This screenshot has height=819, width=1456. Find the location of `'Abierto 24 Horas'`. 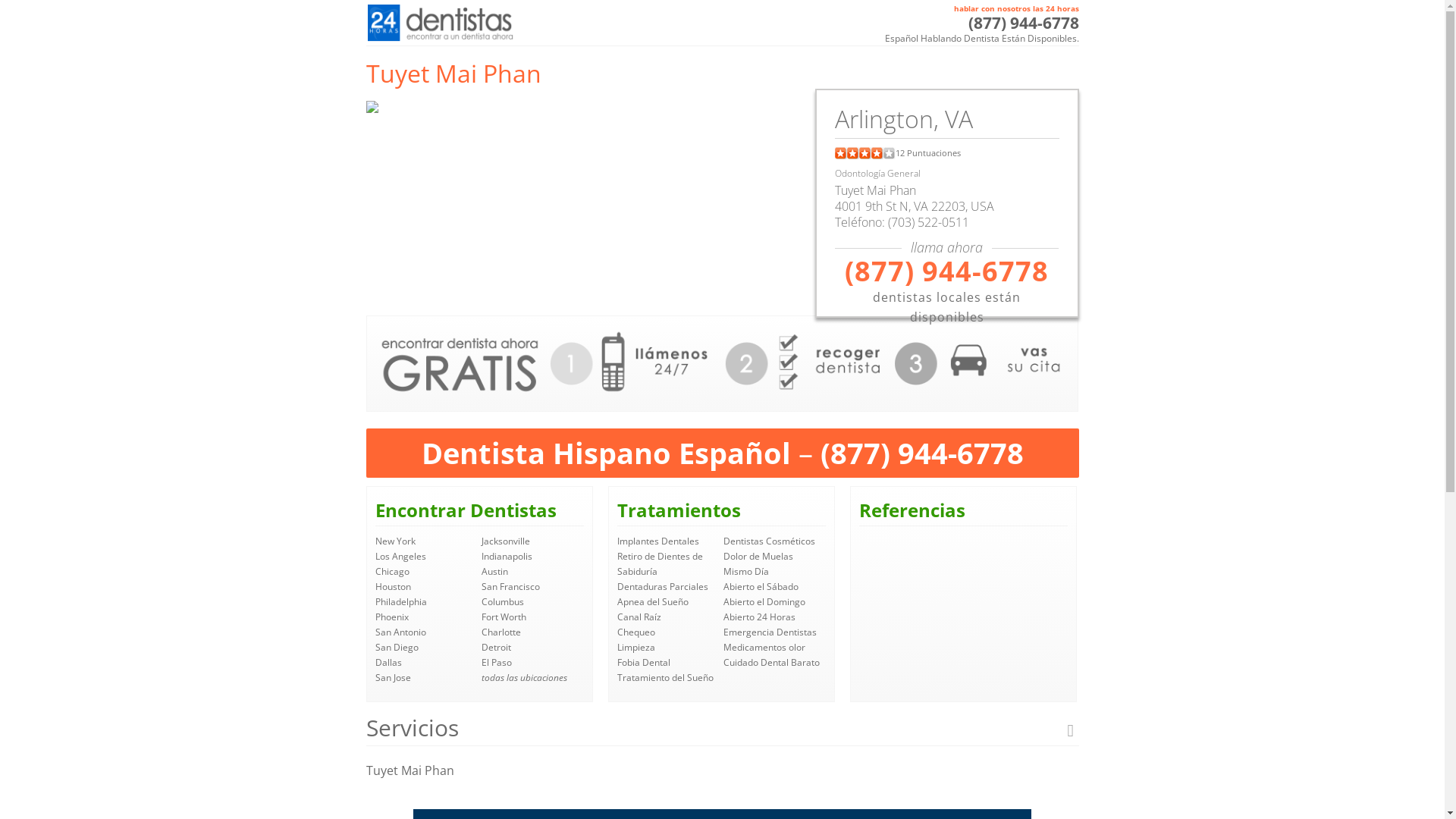

'Abierto 24 Horas' is located at coordinates (759, 617).